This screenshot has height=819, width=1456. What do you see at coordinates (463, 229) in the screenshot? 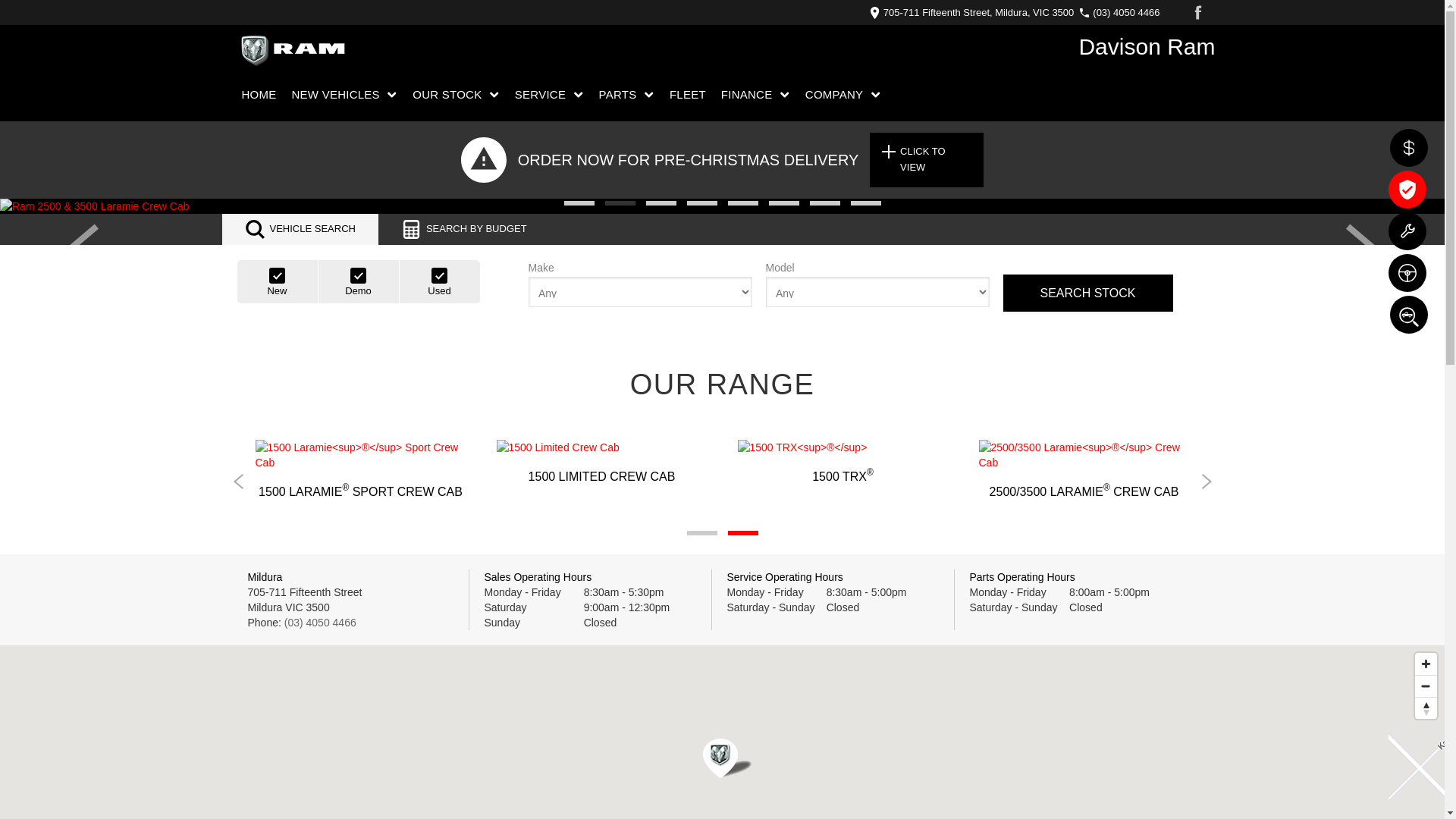
I see `'SEARCH BY BUDGET'` at bounding box center [463, 229].